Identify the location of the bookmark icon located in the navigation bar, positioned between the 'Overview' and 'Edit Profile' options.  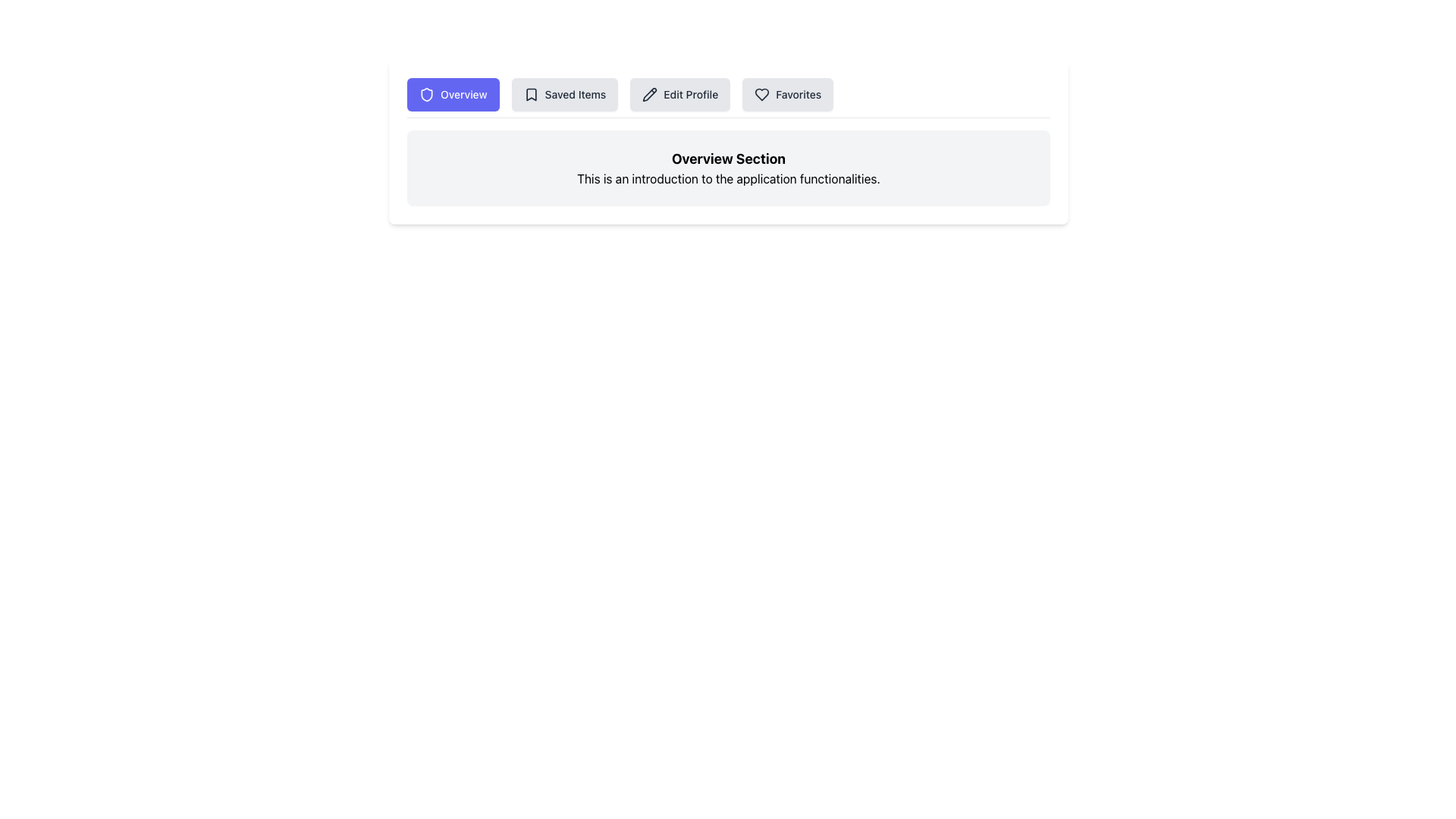
(531, 94).